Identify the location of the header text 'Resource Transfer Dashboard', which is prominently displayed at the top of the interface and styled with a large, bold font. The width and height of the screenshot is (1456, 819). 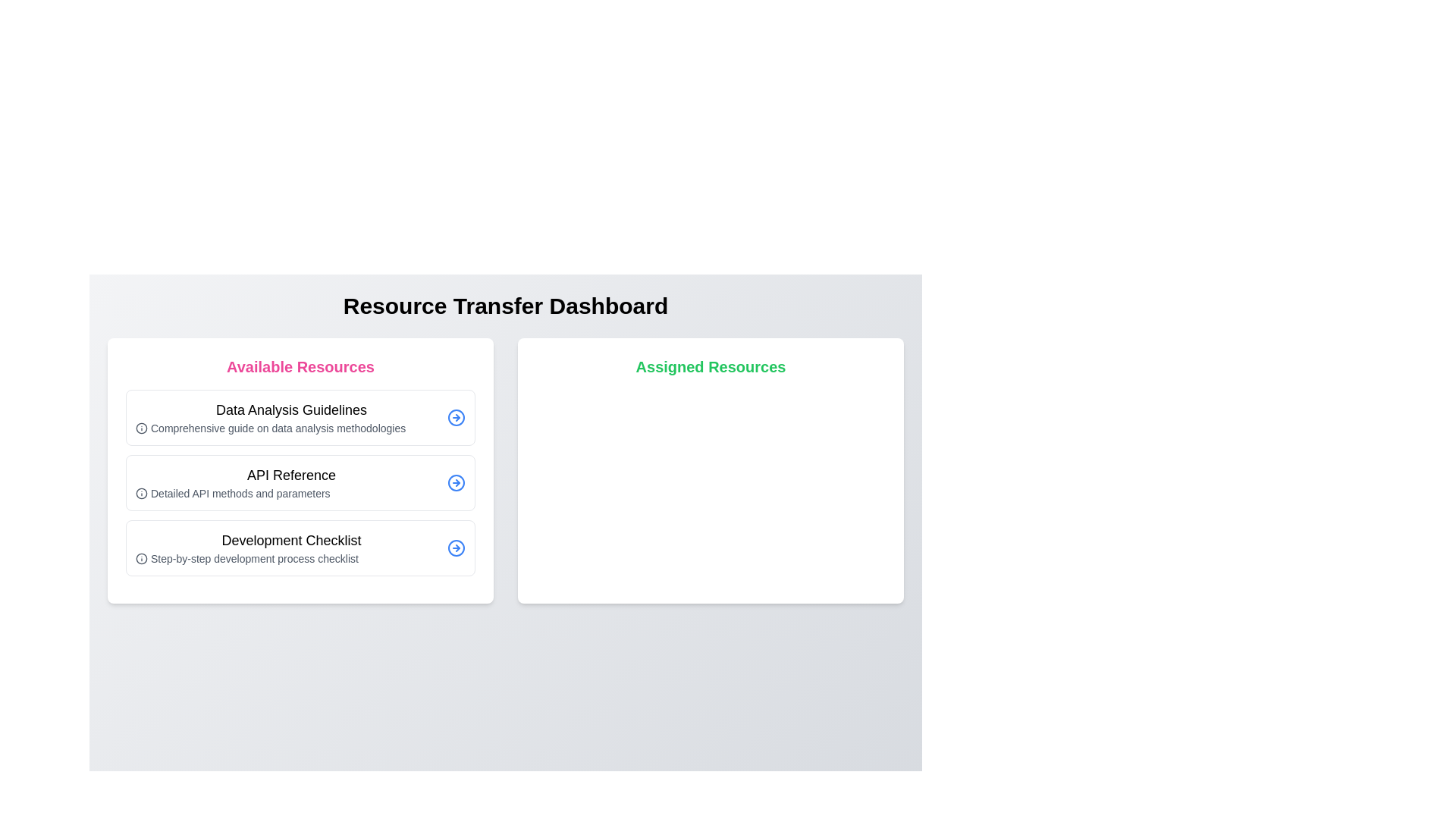
(506, 306).